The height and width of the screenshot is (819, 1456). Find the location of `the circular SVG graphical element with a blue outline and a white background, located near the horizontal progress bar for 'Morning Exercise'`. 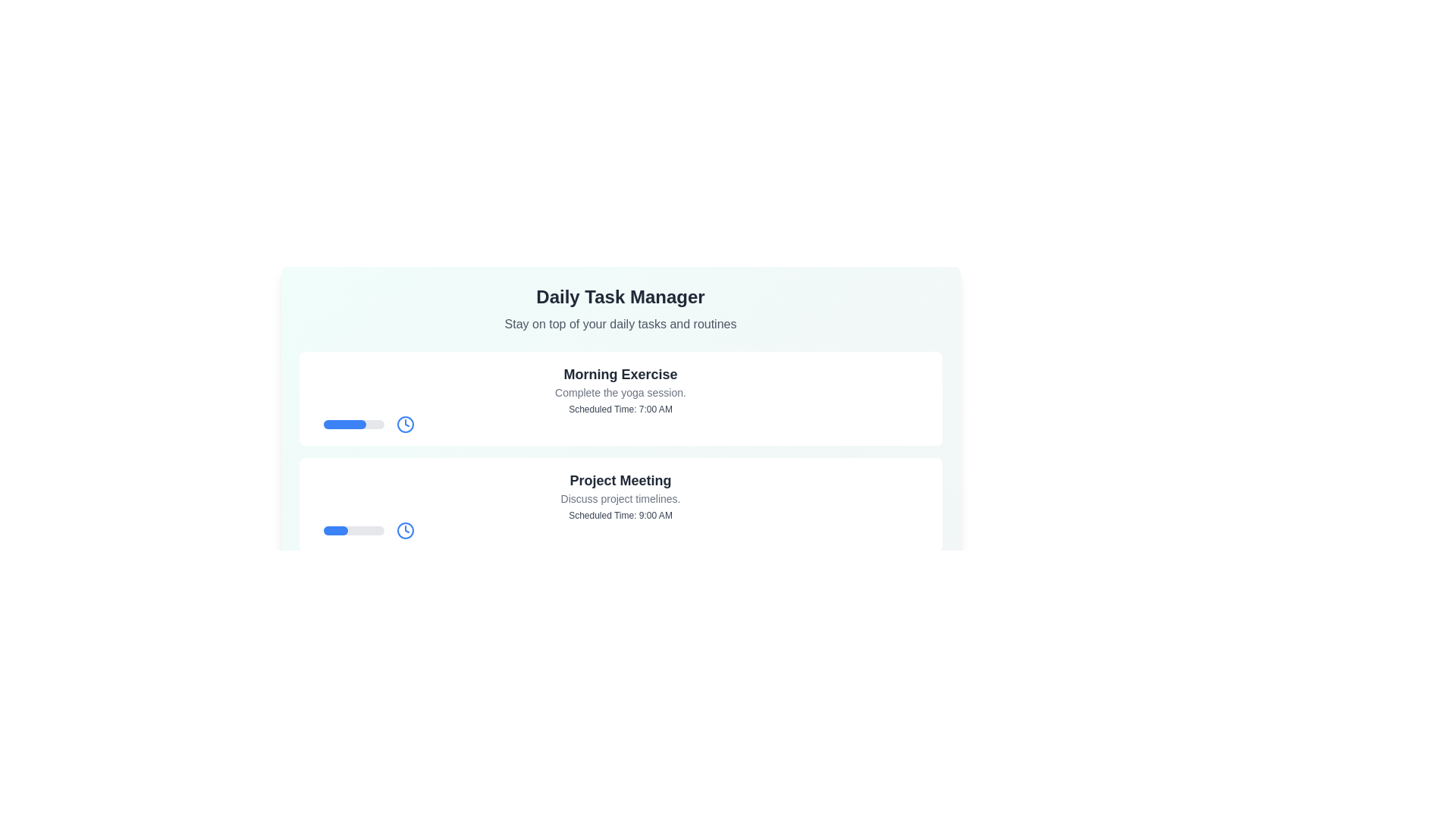

the circular SVG graphical element with a blue outline and a white background, located near the horizontal progress bar for 'Morning Exercise' is located at coordinates (405, 424).